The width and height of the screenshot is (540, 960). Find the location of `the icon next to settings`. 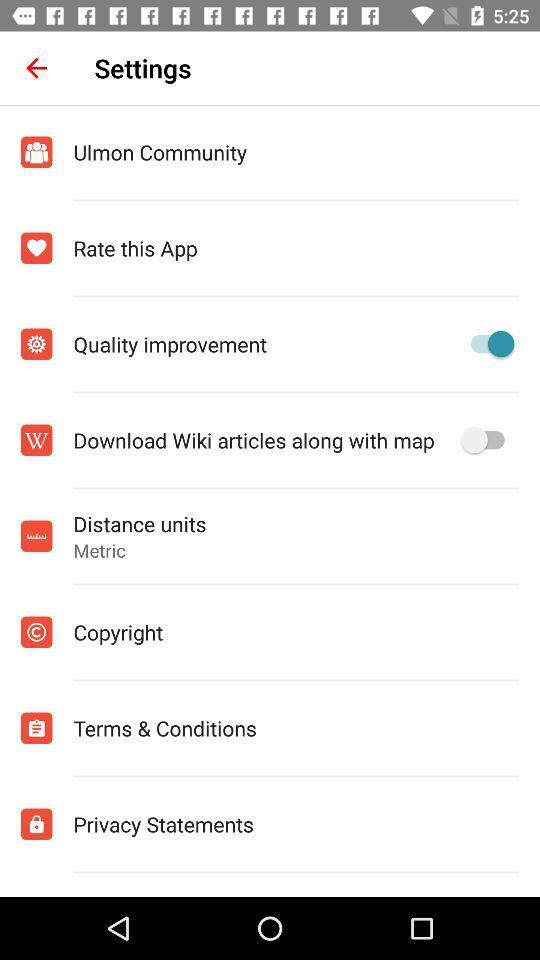

the icon next to settings is located at coordinates (36, 68).